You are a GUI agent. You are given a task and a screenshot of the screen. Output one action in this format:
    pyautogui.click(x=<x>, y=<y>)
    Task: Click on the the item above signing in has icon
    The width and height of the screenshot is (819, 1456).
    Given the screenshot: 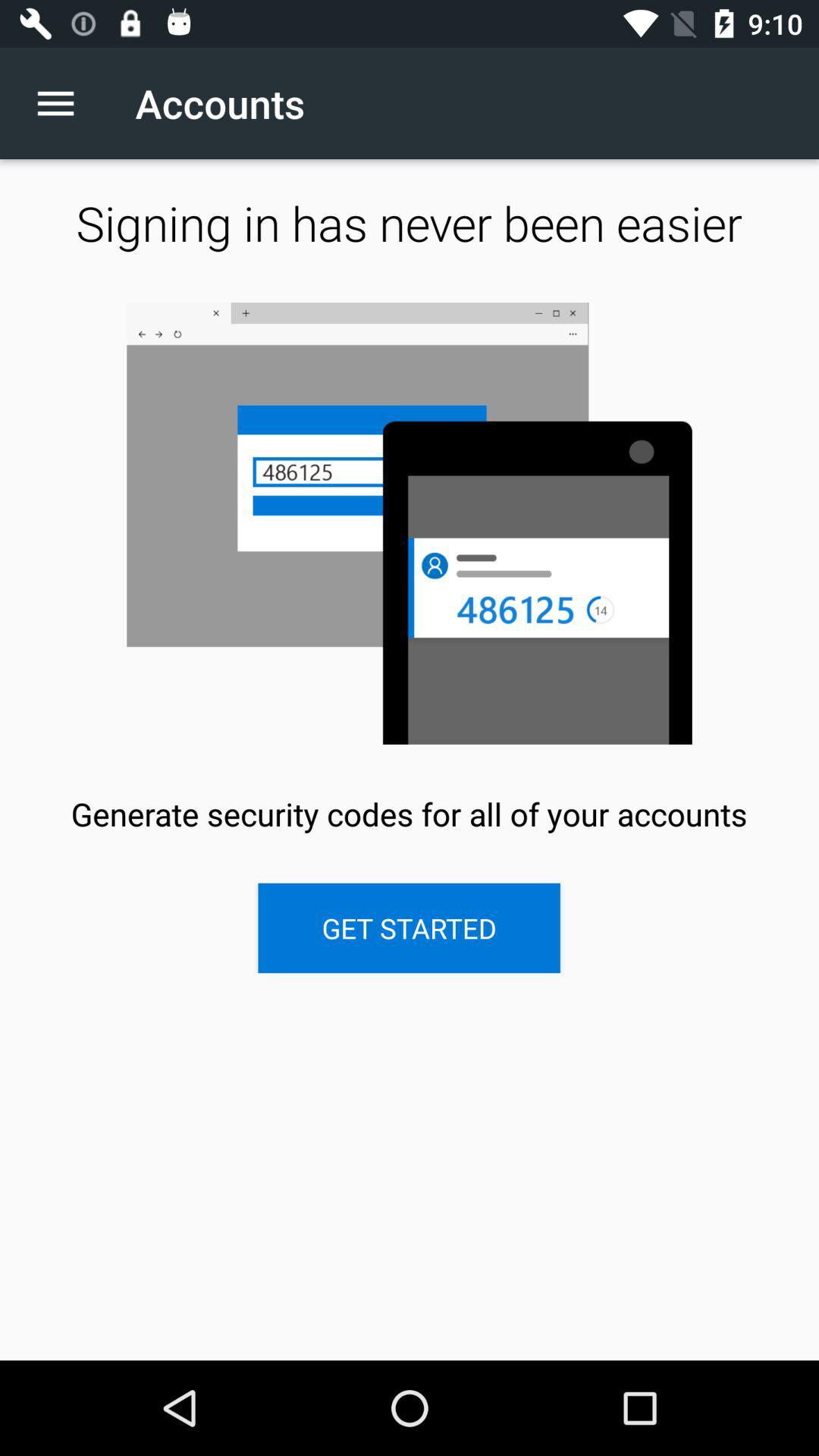 What is the action you would take?
    pyautogui.click(x=63, y=102)
    